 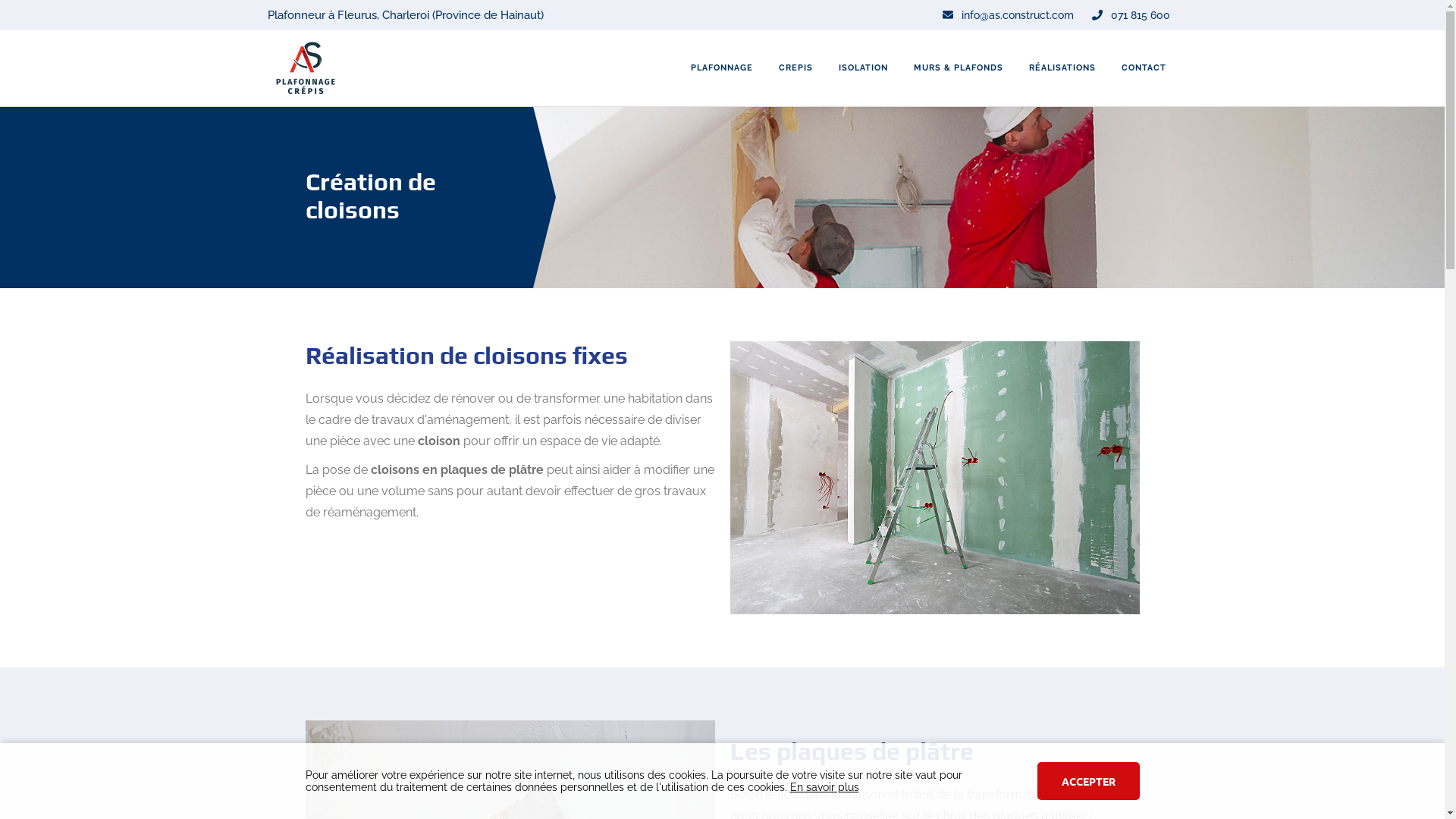 I want to click on 'CONTACT', so click(x=1144, y=67).